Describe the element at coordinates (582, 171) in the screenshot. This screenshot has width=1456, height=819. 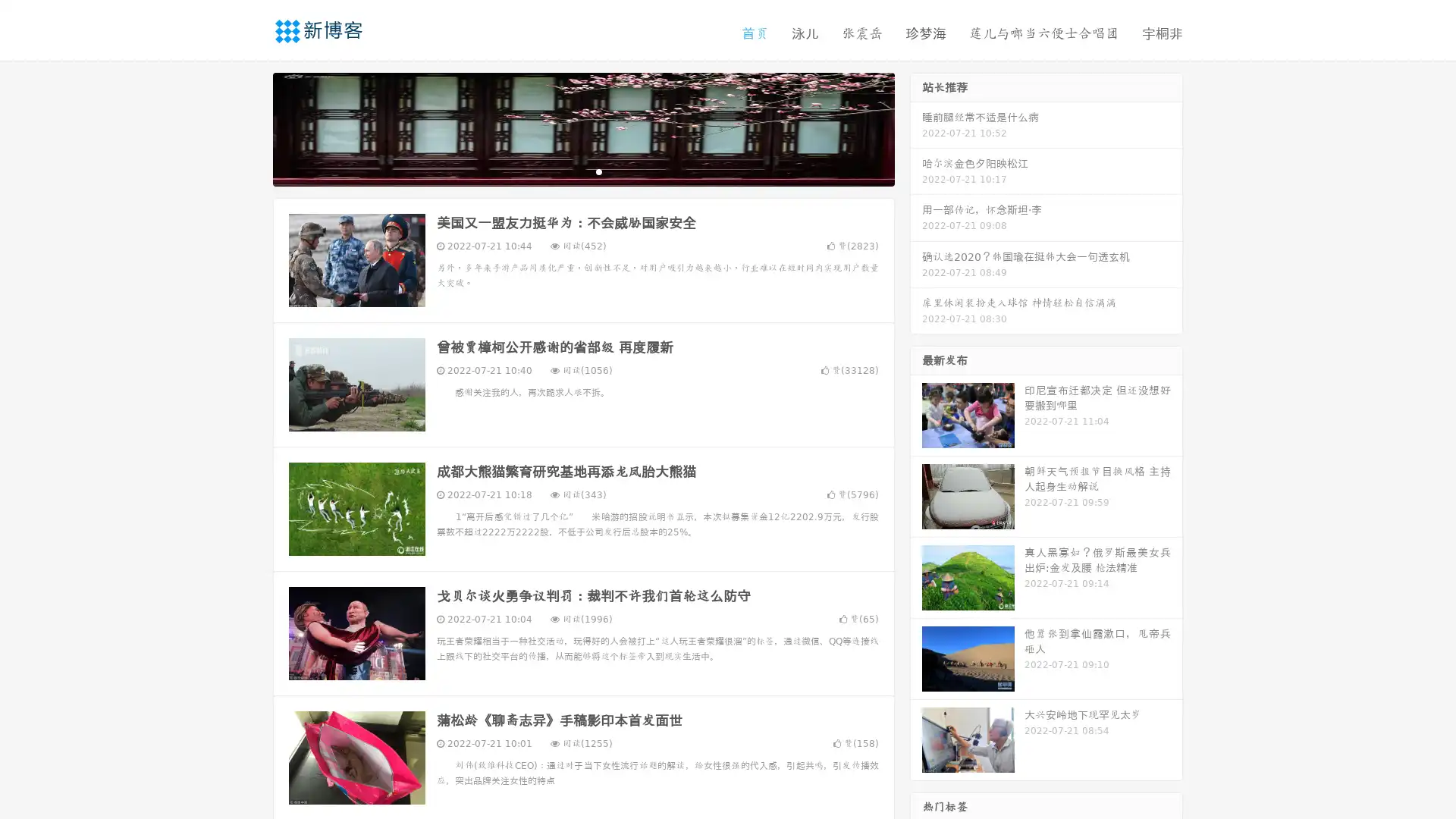
I see `Go to slide 2` at that location.